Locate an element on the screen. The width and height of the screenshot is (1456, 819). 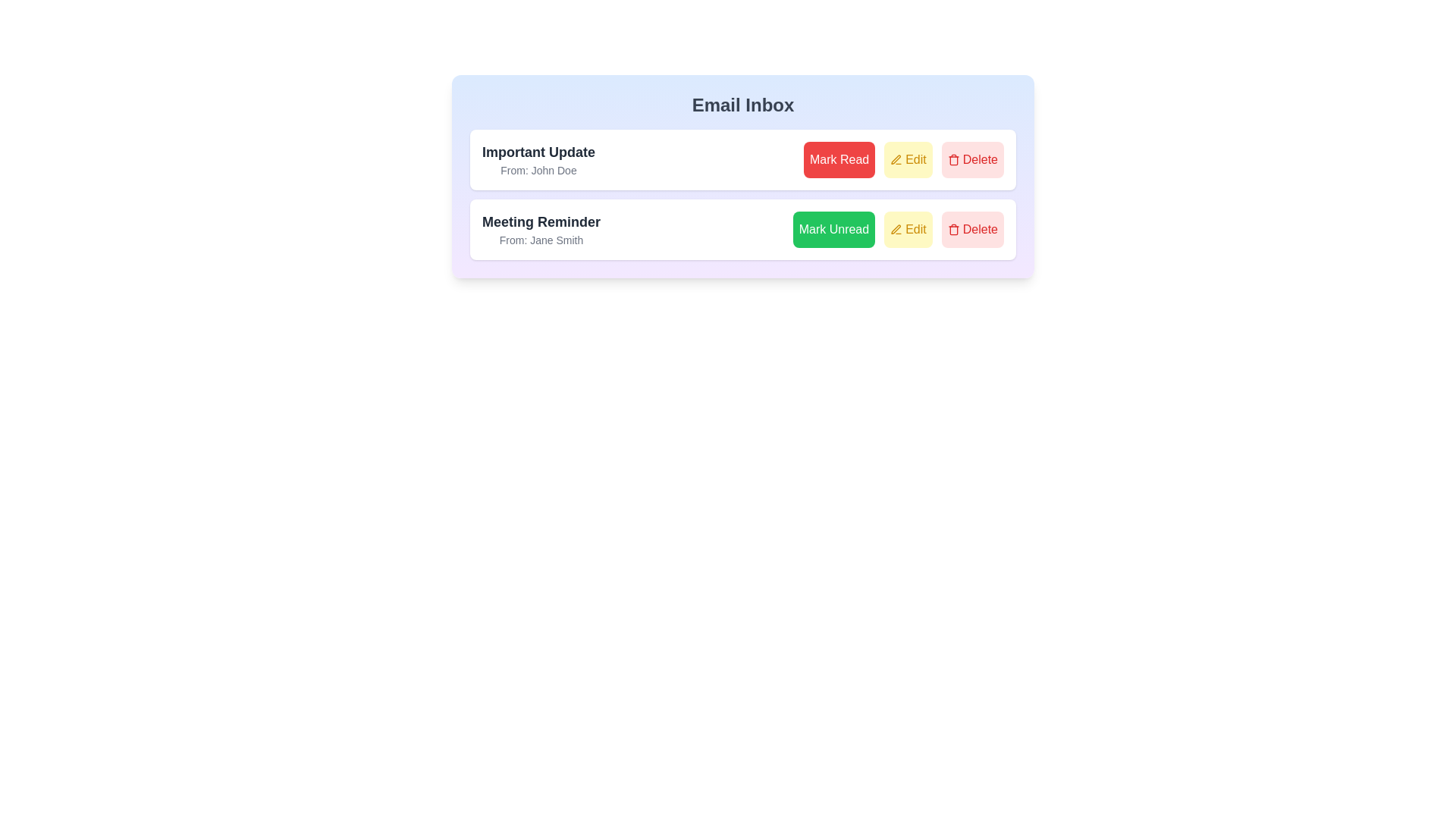
the delete button for the email with subject 'Meeting Reminder' is located at coordinates (972, 230).